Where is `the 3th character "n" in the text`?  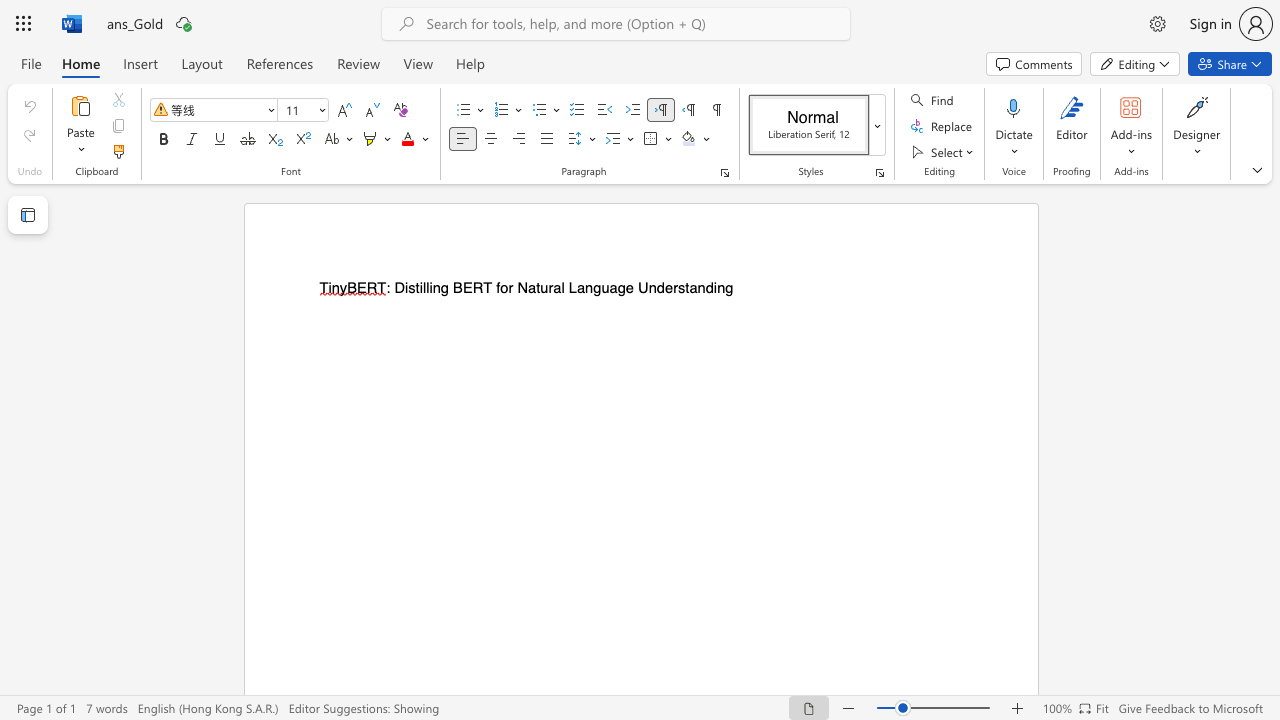
the 3th character "n" in the text is located at coordinates (652, 288).